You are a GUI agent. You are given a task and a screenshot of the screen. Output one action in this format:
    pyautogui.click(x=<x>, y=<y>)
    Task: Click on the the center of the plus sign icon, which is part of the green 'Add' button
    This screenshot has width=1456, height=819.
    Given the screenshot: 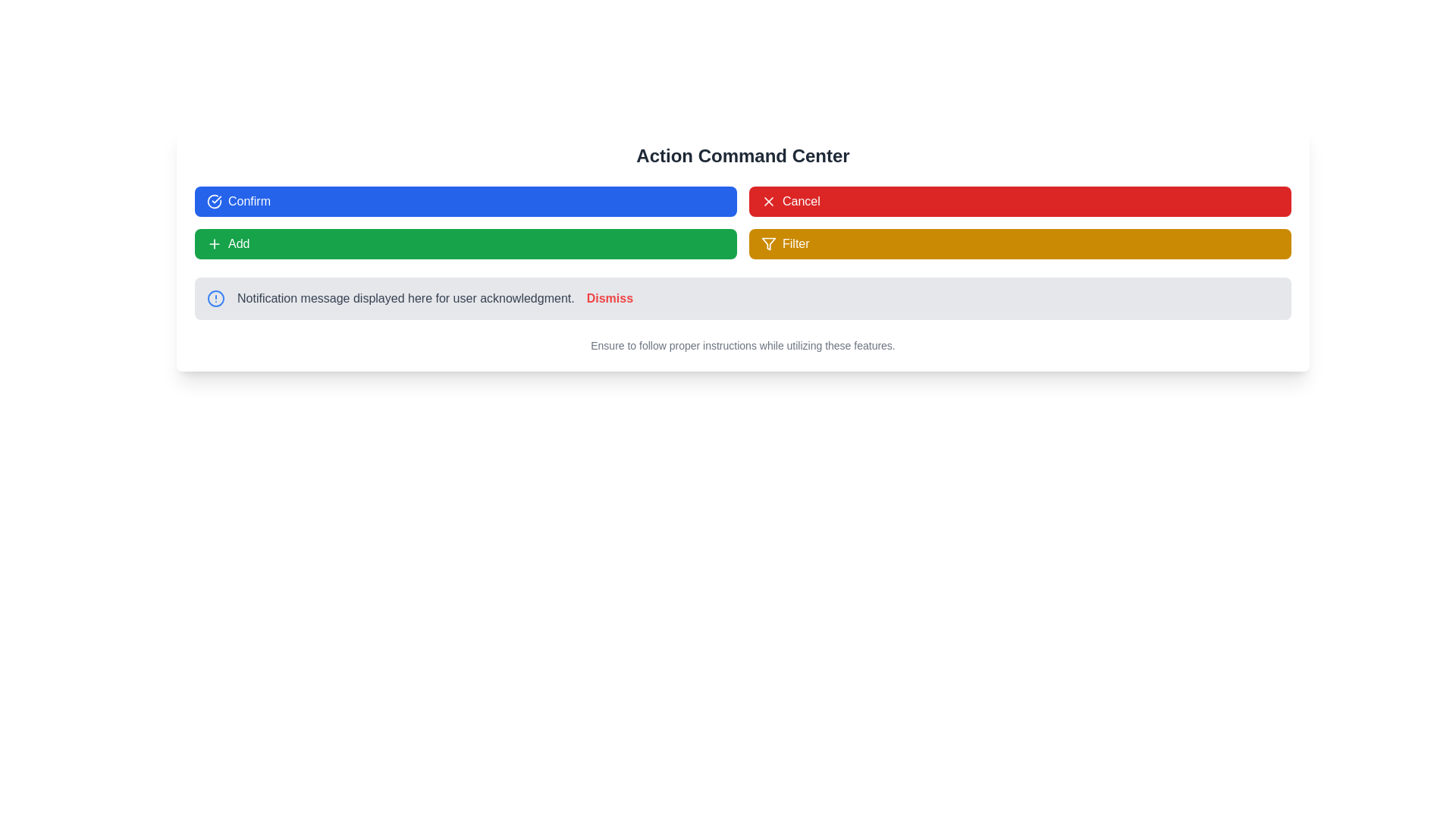 What is the action you would take?
    pyautogui.click(x=214, y=243)
    